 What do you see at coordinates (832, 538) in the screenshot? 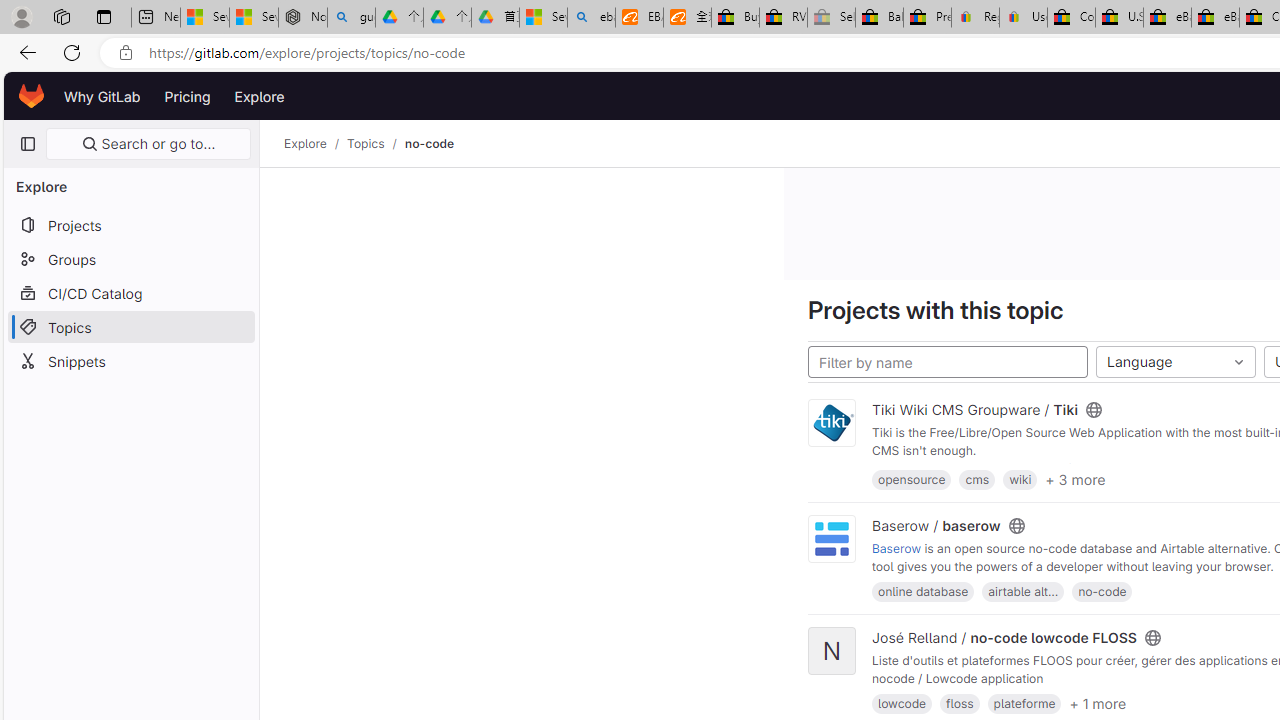
I see `'Class: project'` at bounding box center [832, 538].